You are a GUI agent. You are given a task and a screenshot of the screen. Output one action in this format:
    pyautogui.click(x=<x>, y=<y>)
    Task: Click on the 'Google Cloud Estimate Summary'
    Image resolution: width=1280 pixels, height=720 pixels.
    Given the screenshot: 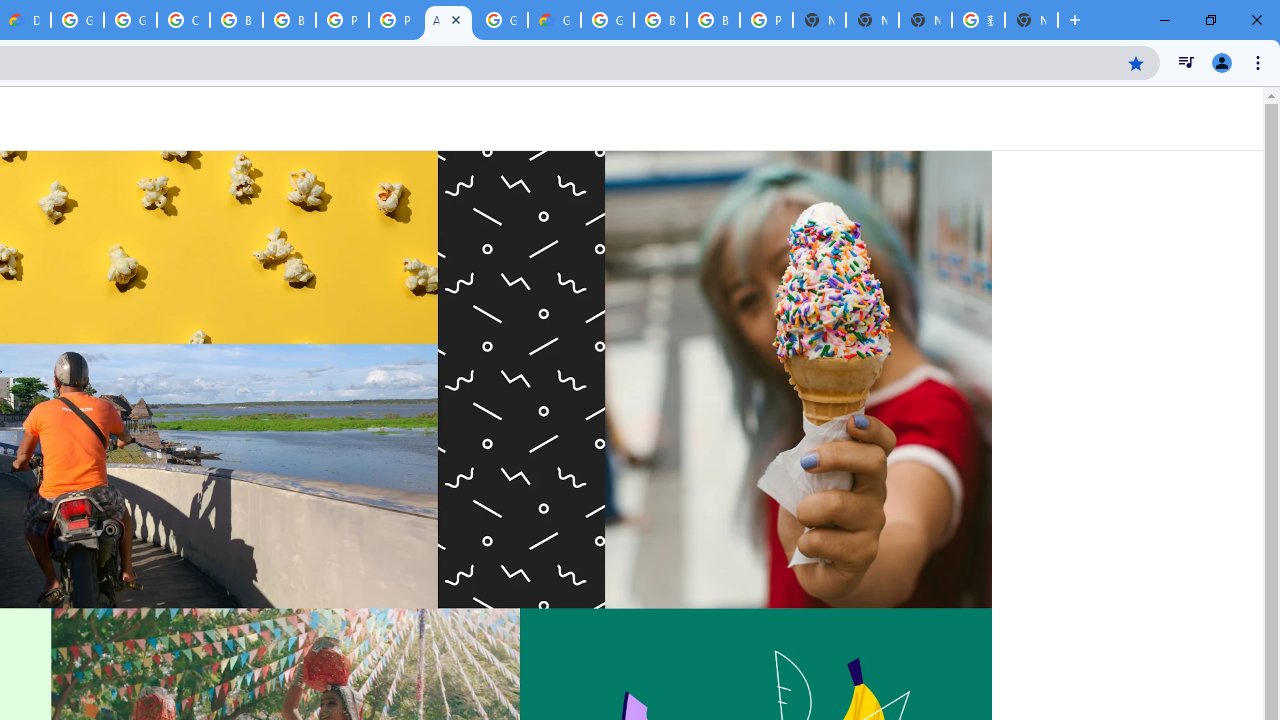 What is the action you would take?
    pyautogui.click(x=554, y=20)
    